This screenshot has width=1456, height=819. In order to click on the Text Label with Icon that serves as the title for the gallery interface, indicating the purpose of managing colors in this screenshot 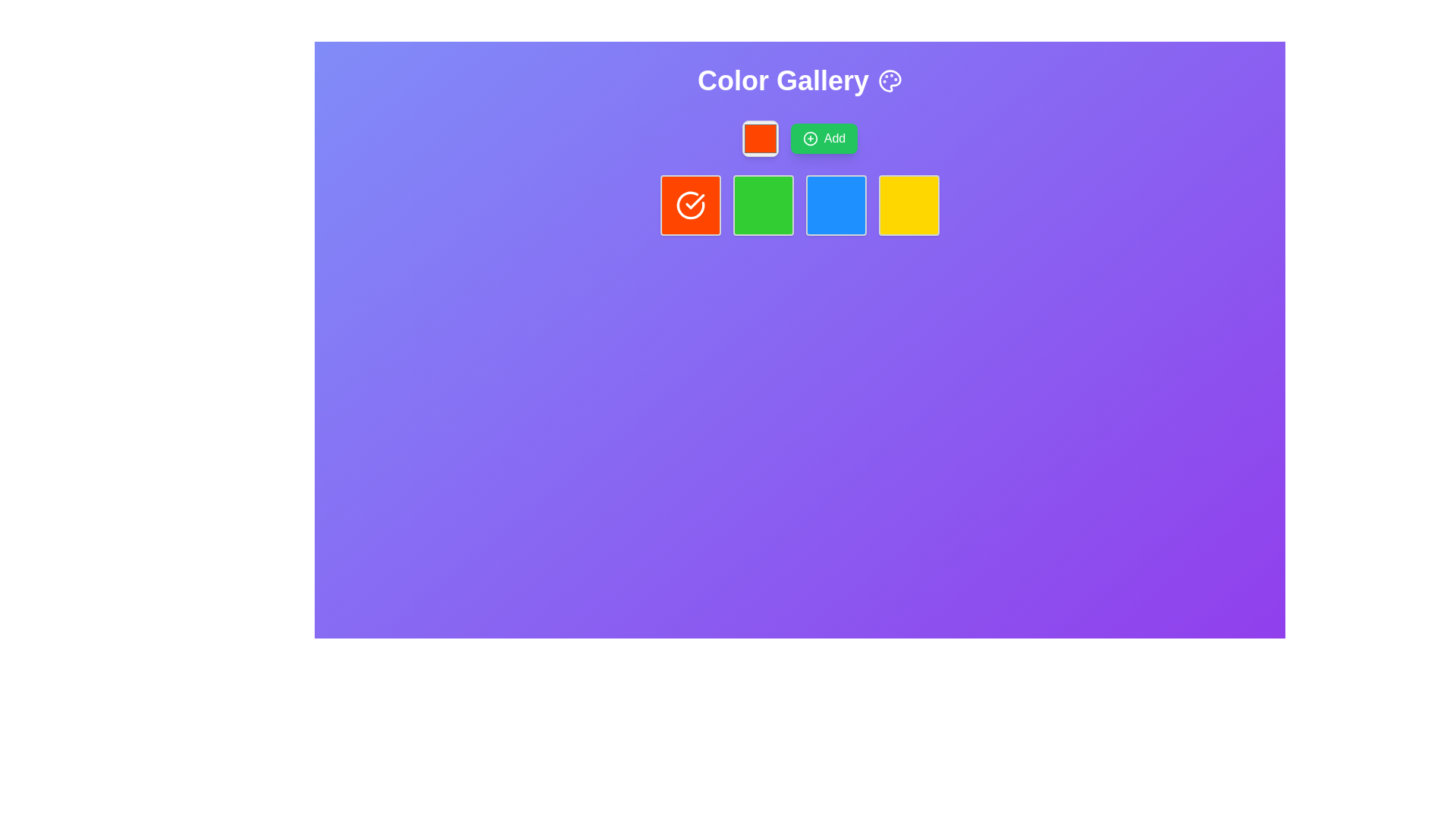, I will do `click(799, 81)`.